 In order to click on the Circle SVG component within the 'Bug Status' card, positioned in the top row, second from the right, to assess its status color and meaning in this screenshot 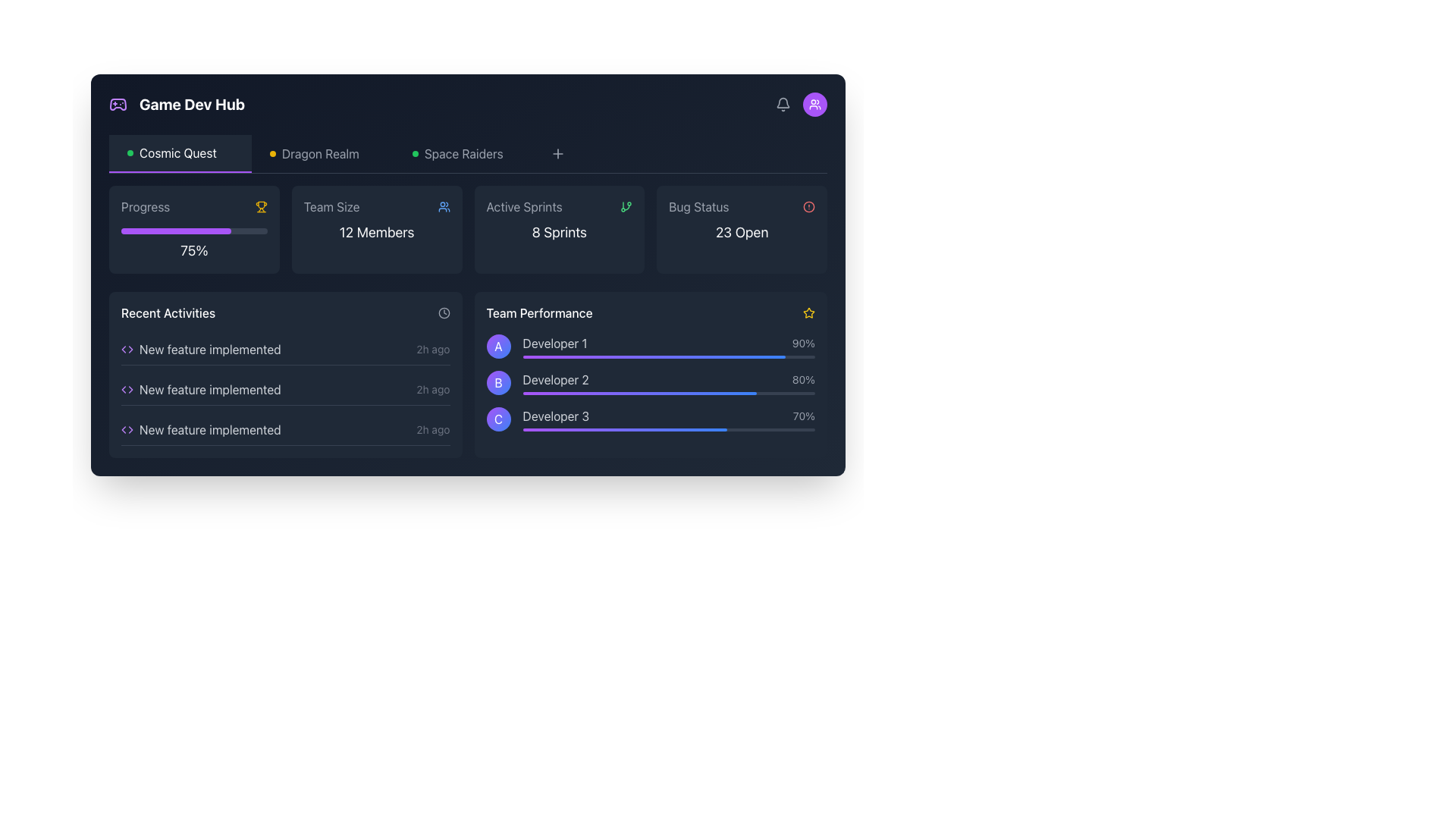, I will do `click(808, 207)`.